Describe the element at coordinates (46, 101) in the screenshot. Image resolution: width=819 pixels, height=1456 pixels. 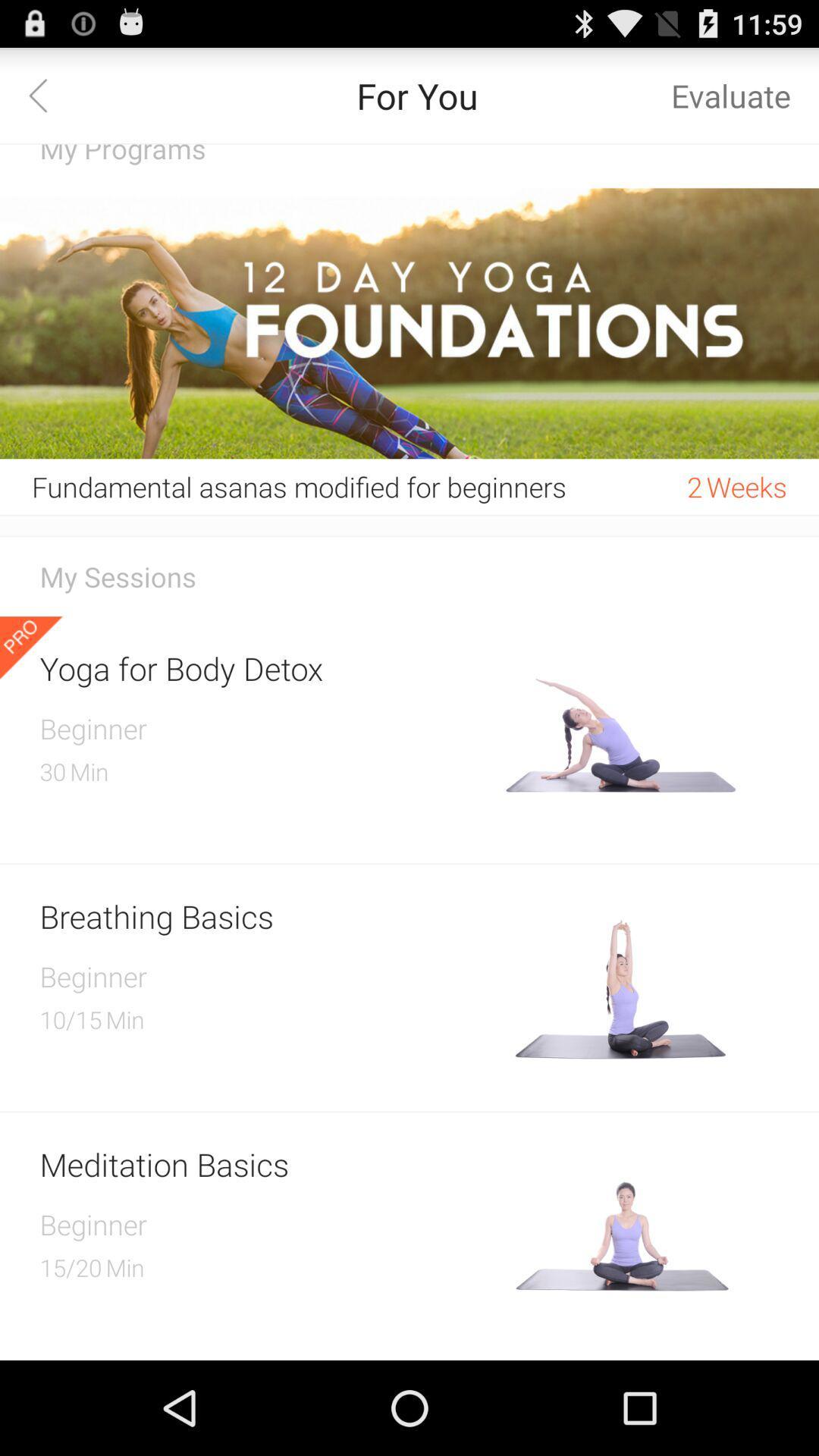
I see `the arrow_backward icon` at that location.